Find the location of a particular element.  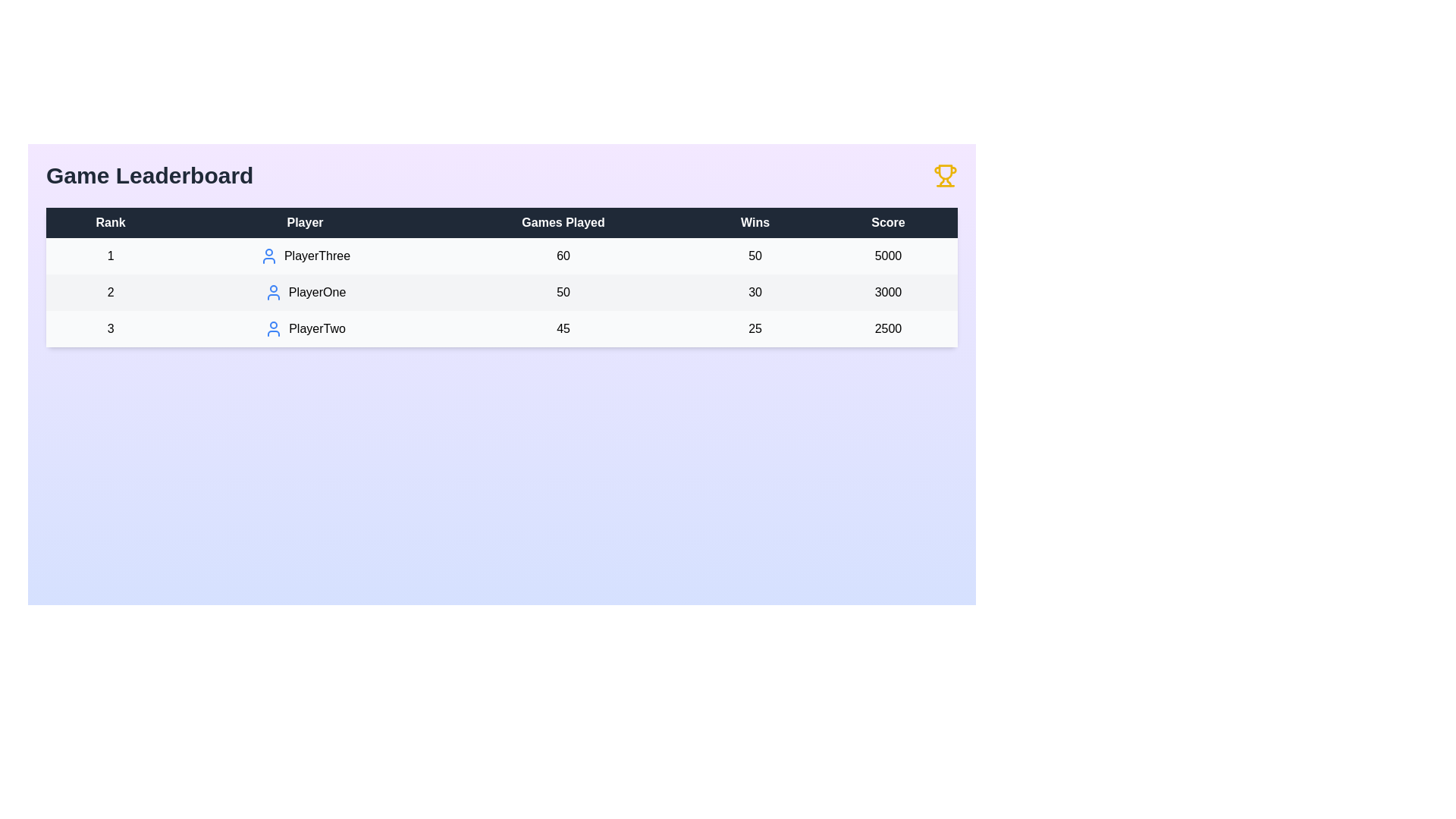

the Text label displaying the win count for the player in the leaderboard, located in the third row under the 'Wins' column, between '45' and '2500' is located at coordinates (755, 328).